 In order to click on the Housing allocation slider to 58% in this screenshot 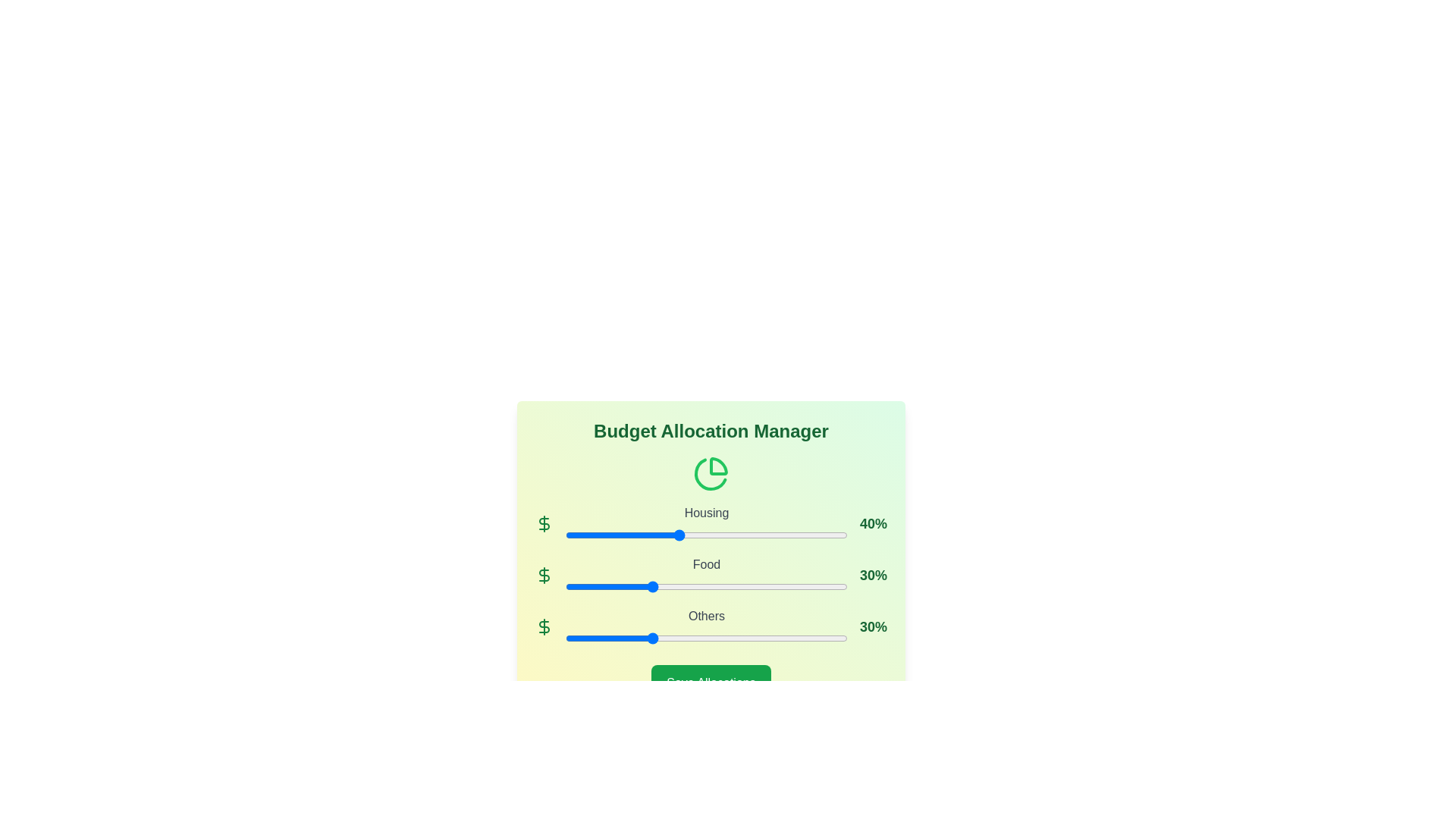, I will do `click(729, 534)`.